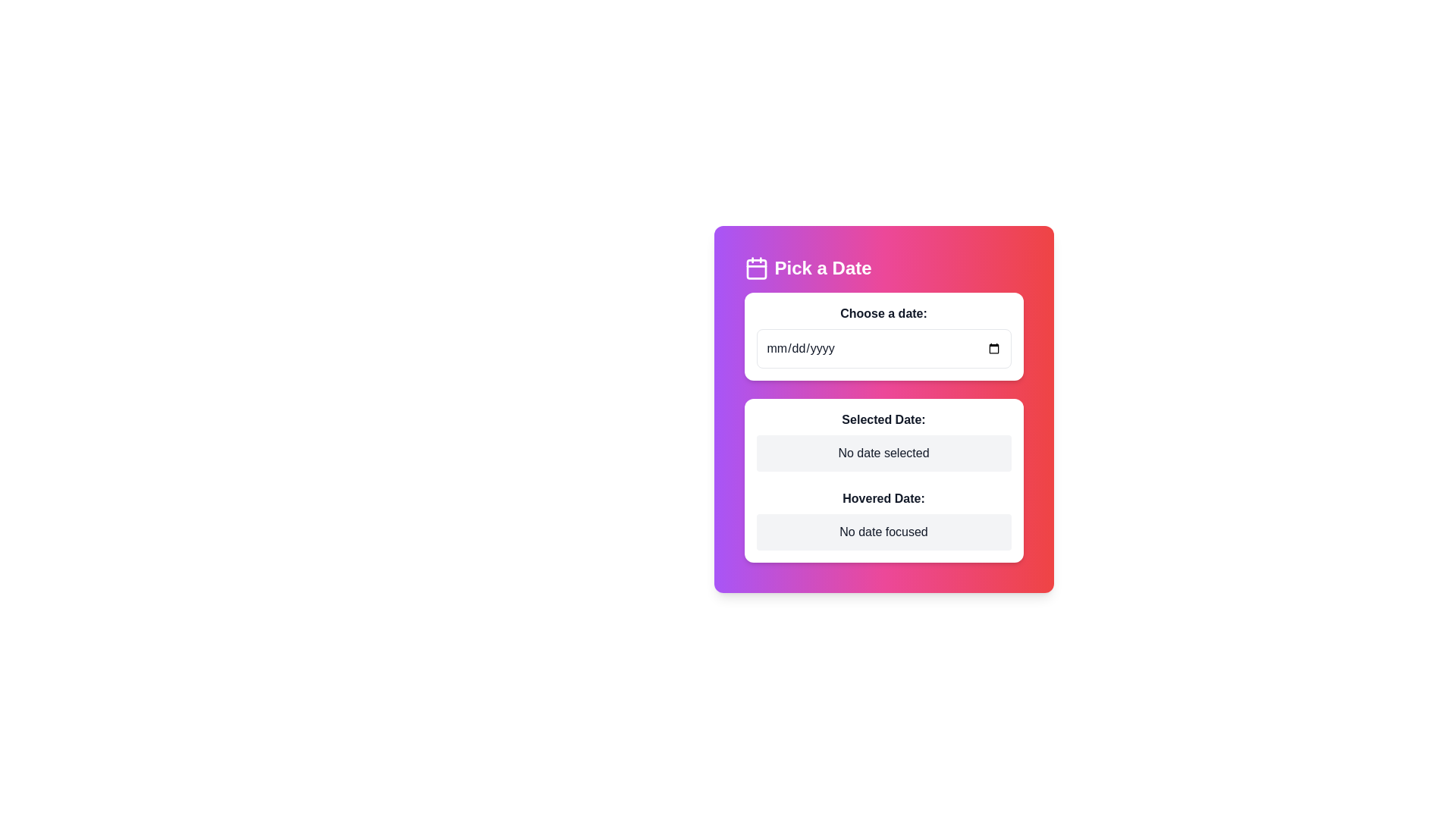 The width and height of the screenshot is (1456, 819). What do you see at coordinates (883, 268) in the screenshot?
I see `the header element titled 'Pick a Date', which features a gradient background from purple to red and a calendar icon on the left` at bounding box center [883, 268].